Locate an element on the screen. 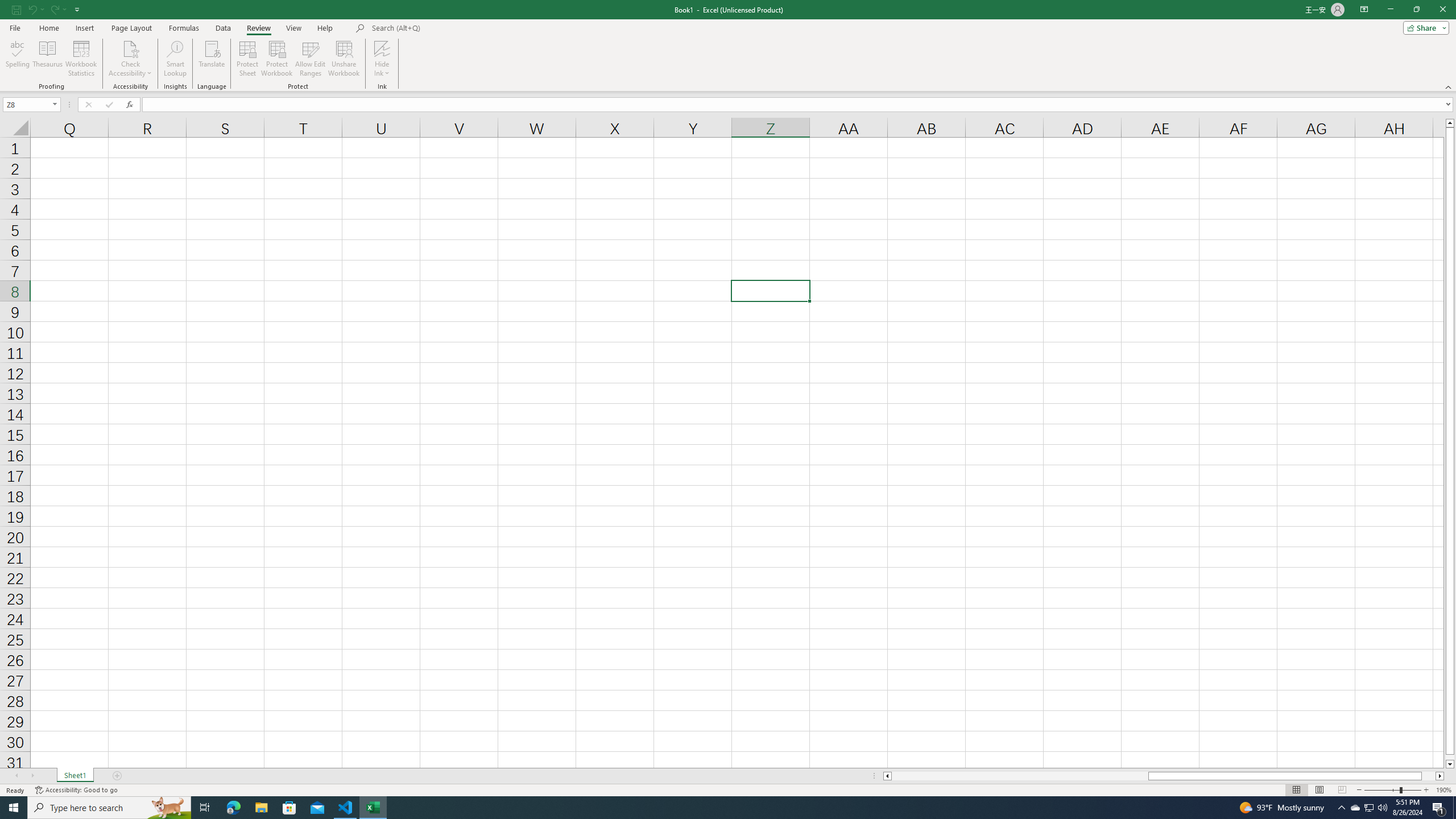 The height and width of the screenshot is (819, 1456). 'Unshare Workbook' is located at coordinates (344, 59).